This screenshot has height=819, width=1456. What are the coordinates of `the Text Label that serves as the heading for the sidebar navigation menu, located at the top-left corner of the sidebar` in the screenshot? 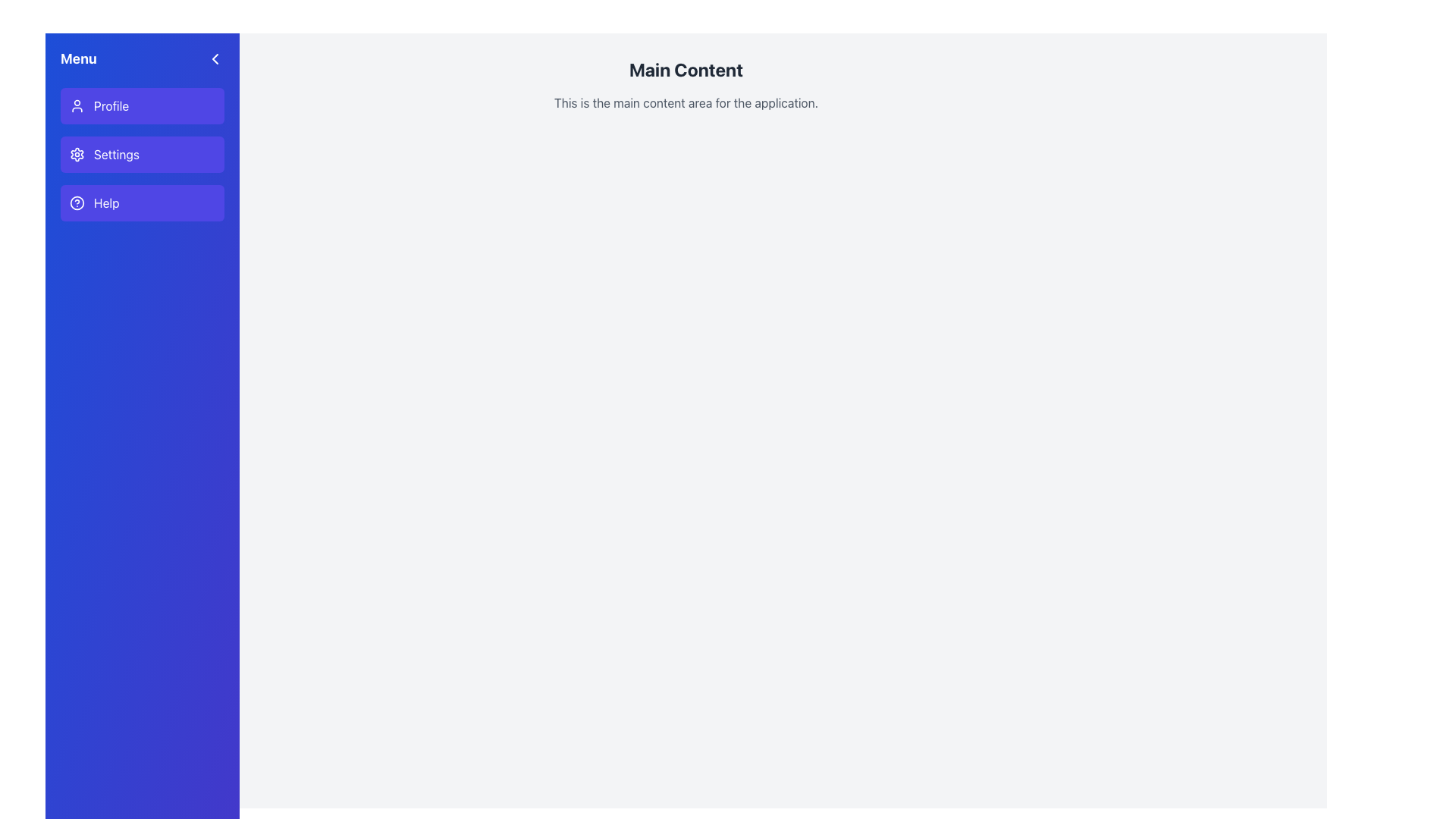 It's located at (77, 58).